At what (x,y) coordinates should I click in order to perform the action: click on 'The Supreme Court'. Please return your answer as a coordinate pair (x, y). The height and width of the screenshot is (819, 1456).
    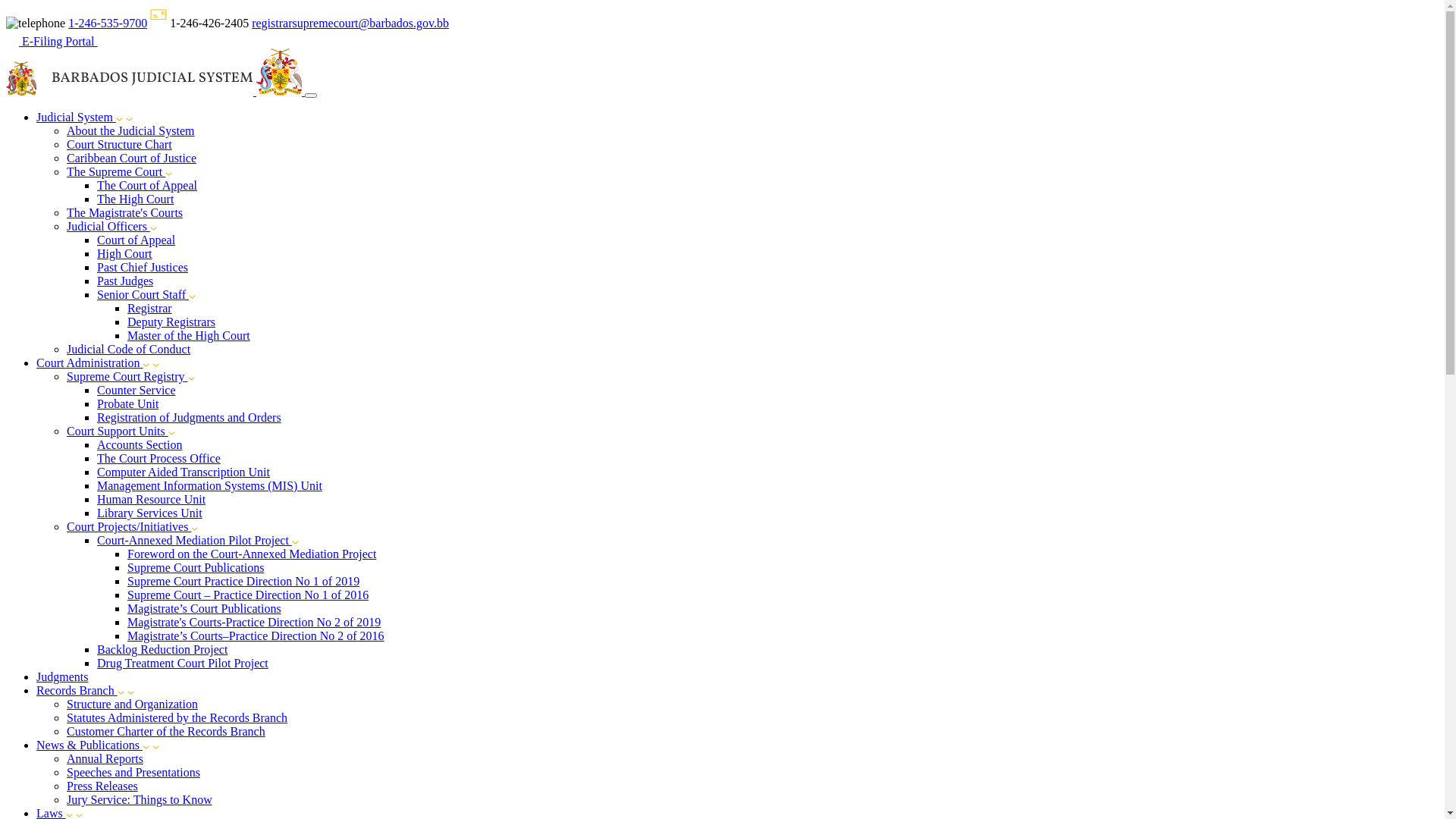
    Looking at the image, I should click on (115, 171).